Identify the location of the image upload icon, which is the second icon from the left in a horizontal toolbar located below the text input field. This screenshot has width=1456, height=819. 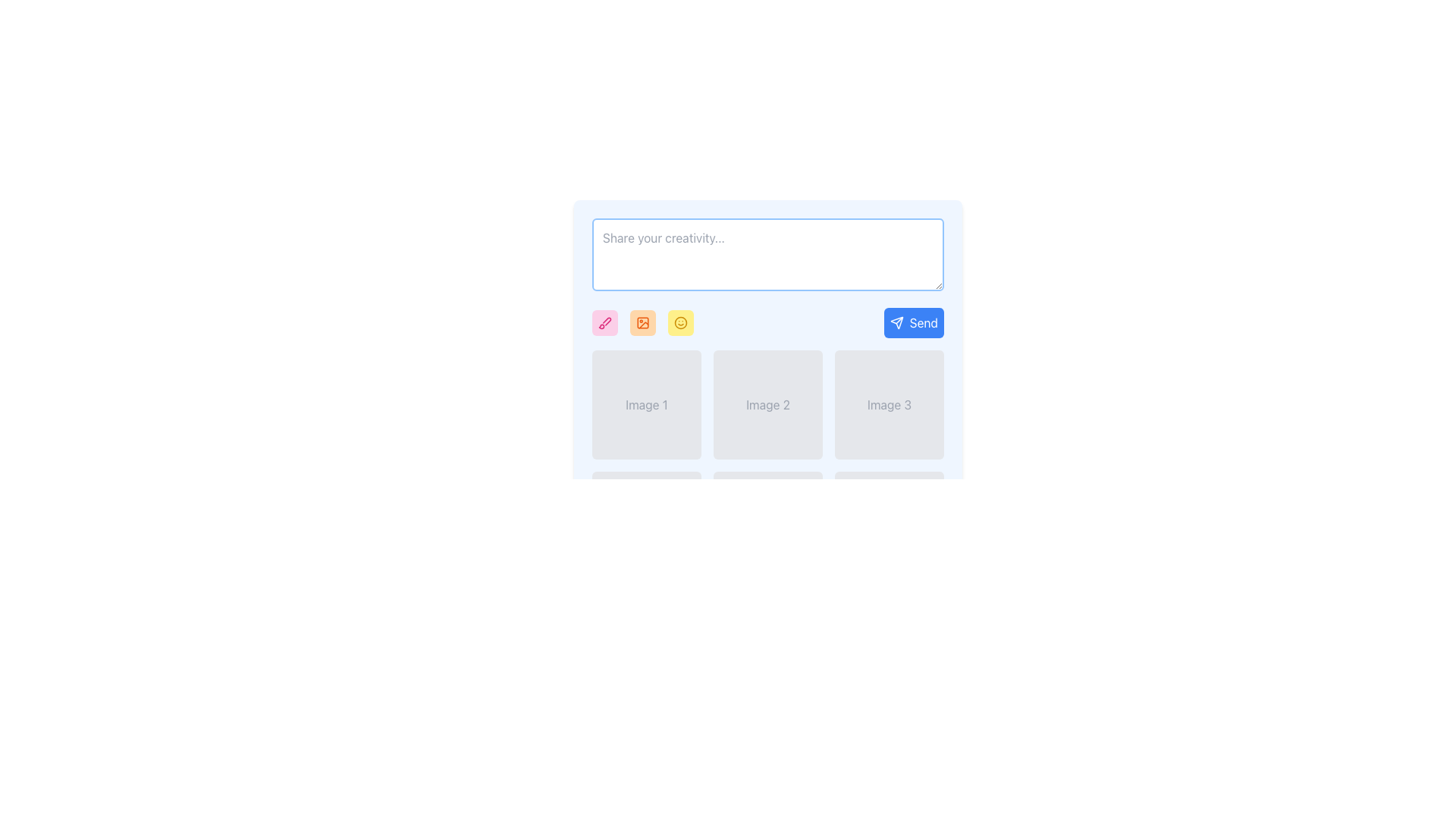
(643, 322).